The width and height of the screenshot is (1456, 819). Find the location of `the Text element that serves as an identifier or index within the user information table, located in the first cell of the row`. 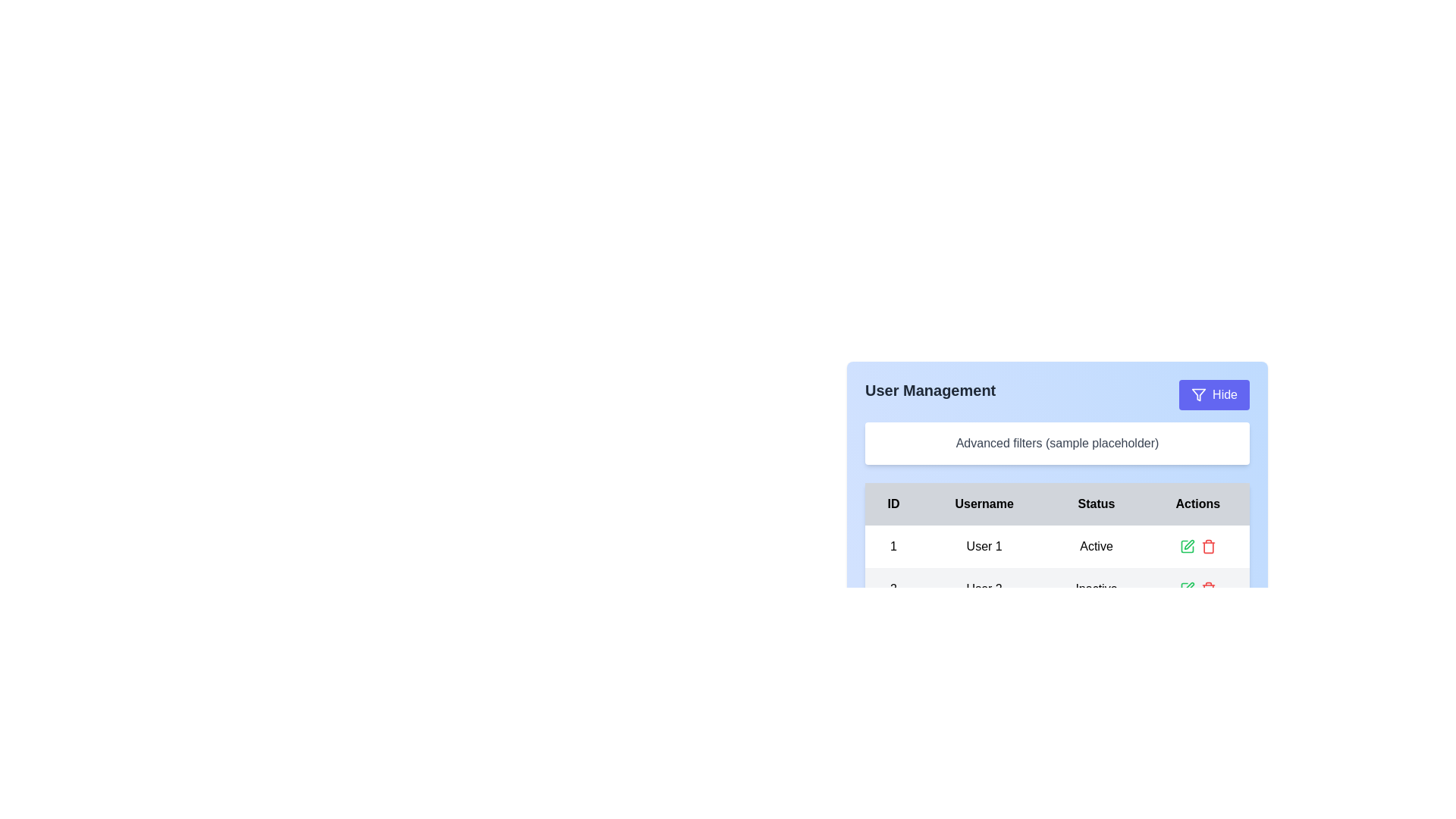

the Text element that serves as an identifier or index within the user information table, located in the first cell of the row is located at coordinates (893, 547).